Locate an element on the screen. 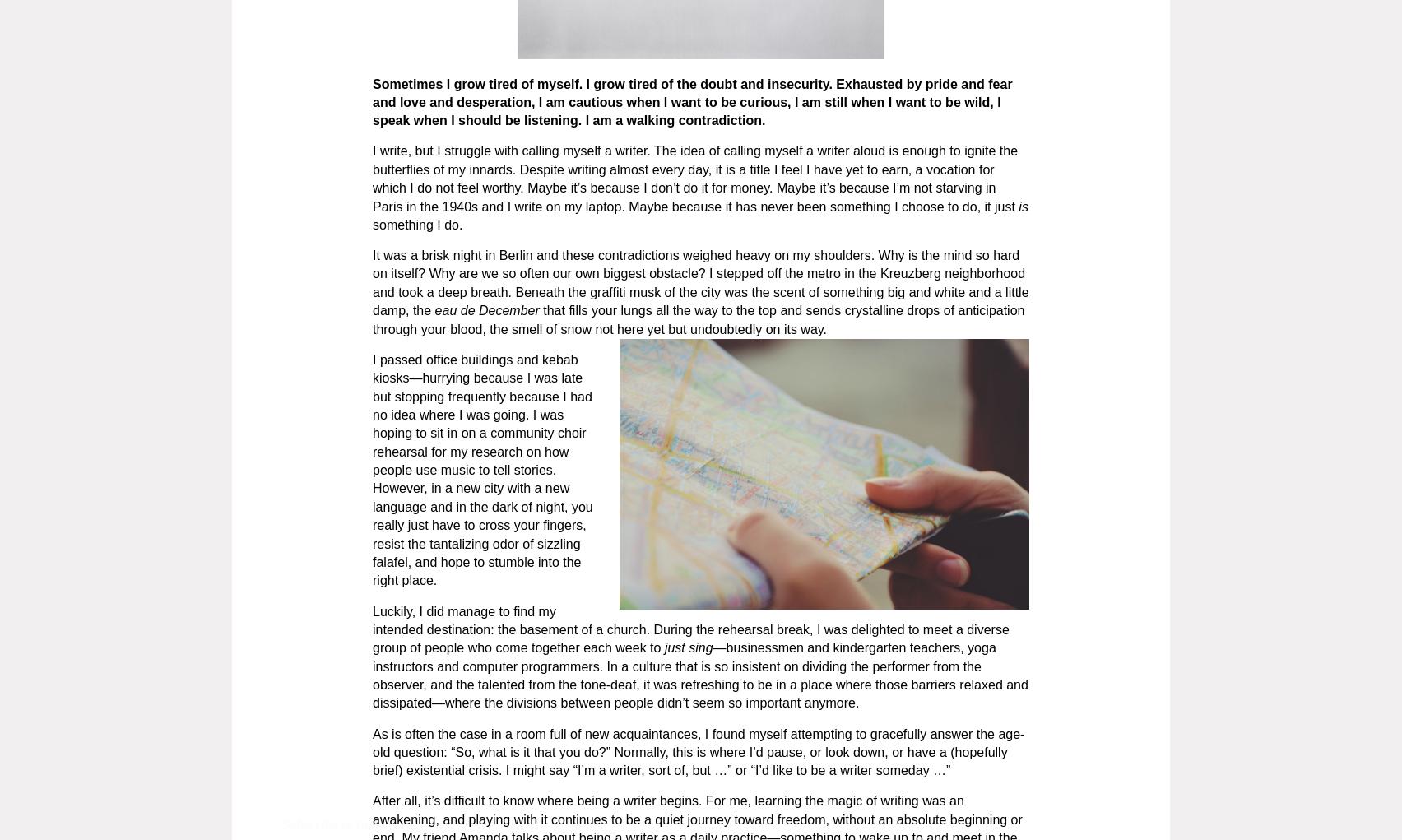  'something I do.' is located at coordinates (372, 223).